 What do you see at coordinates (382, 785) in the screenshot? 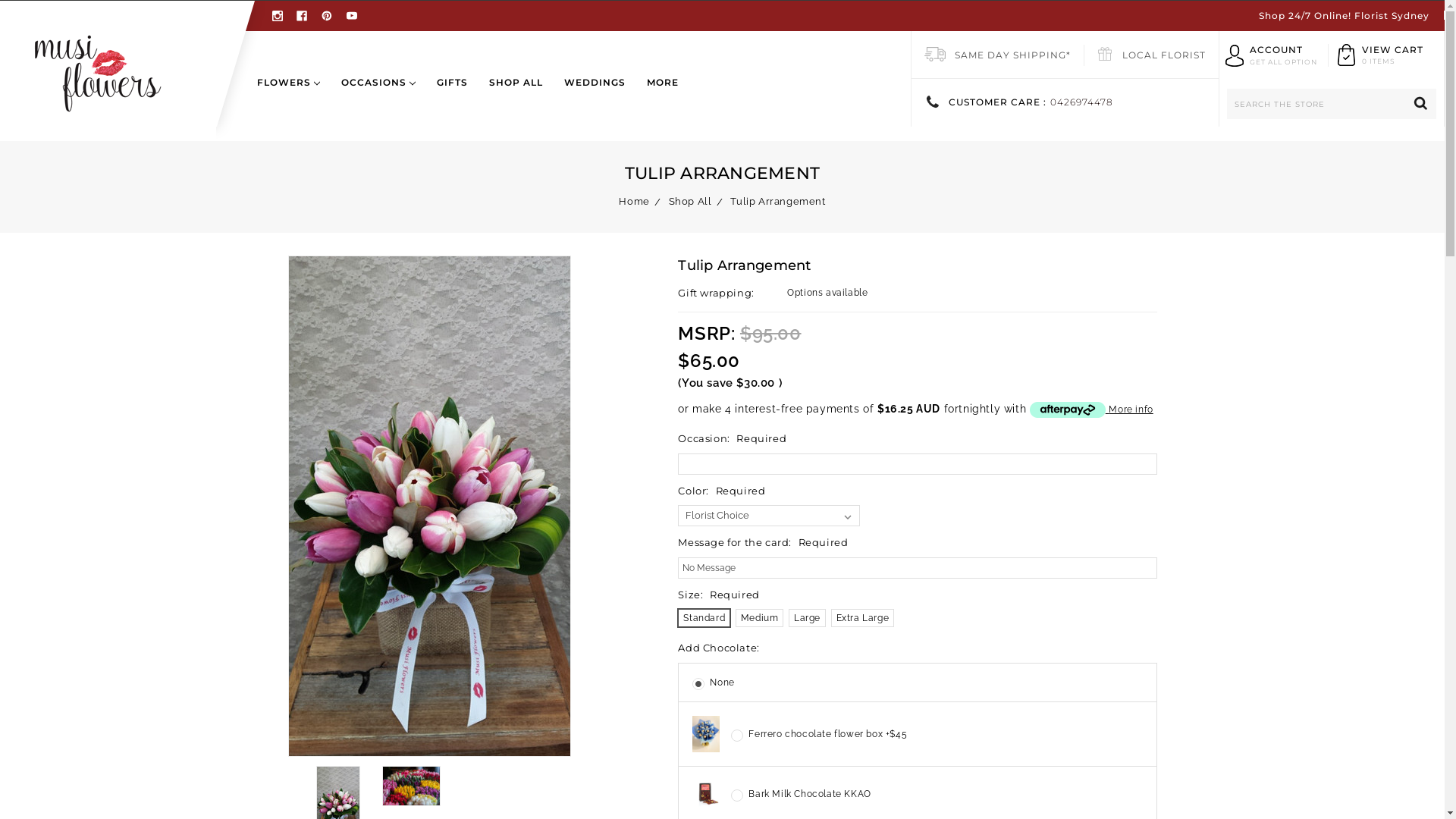
I see `'Various colors available'` at bounding box center [382, 785].